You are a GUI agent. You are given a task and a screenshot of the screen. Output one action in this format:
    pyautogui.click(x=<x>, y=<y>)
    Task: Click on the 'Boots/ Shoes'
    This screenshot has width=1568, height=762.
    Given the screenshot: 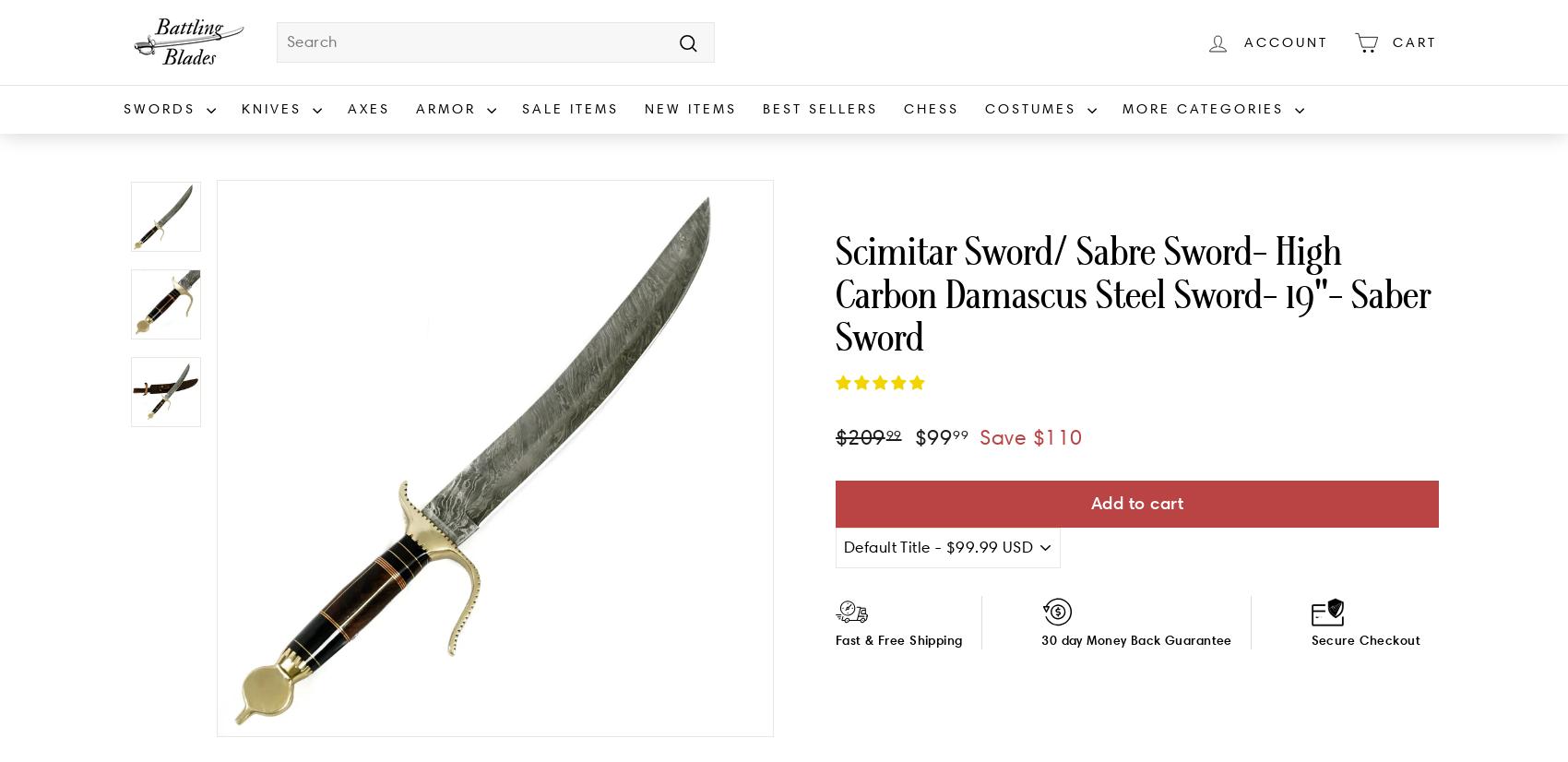 What is the action you would take?
    pyautogui.click(x=1030, y=224)
    